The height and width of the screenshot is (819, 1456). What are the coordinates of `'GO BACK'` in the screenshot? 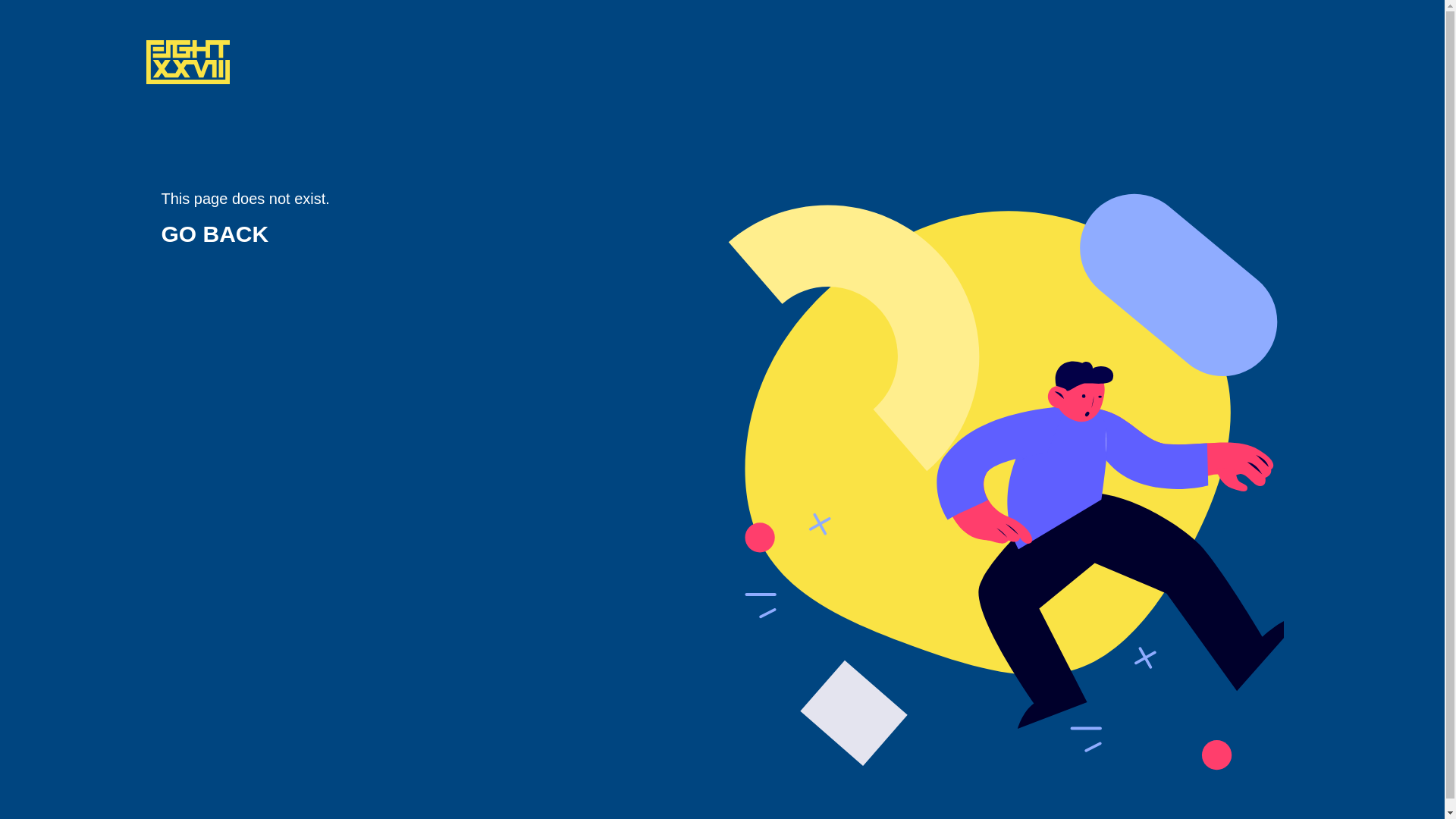 It's located at (214, 234).